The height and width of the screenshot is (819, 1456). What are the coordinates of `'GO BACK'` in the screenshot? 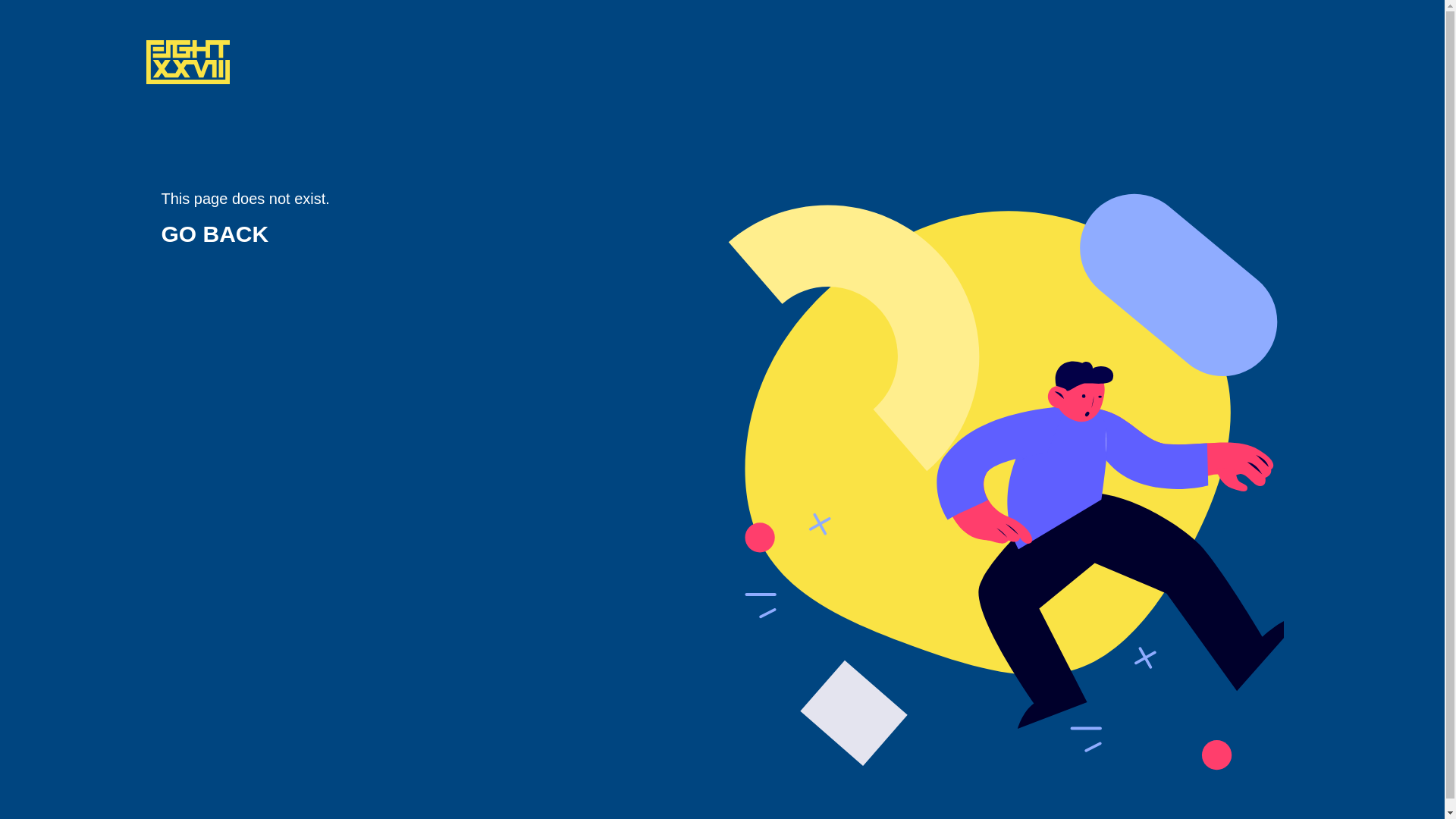 It's located at (214, 234).